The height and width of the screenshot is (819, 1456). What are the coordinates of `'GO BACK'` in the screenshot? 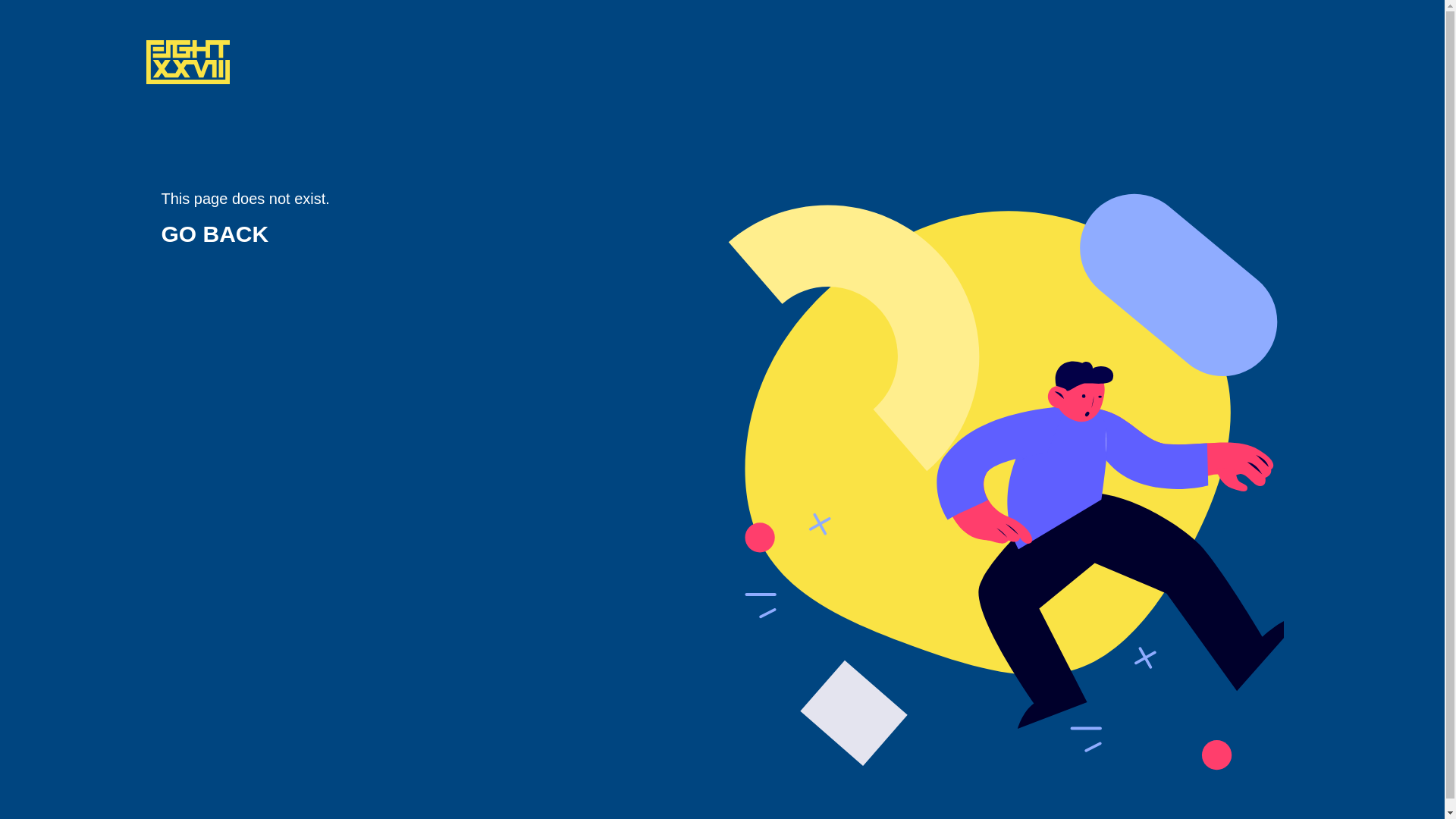 It's located at (214, 234).